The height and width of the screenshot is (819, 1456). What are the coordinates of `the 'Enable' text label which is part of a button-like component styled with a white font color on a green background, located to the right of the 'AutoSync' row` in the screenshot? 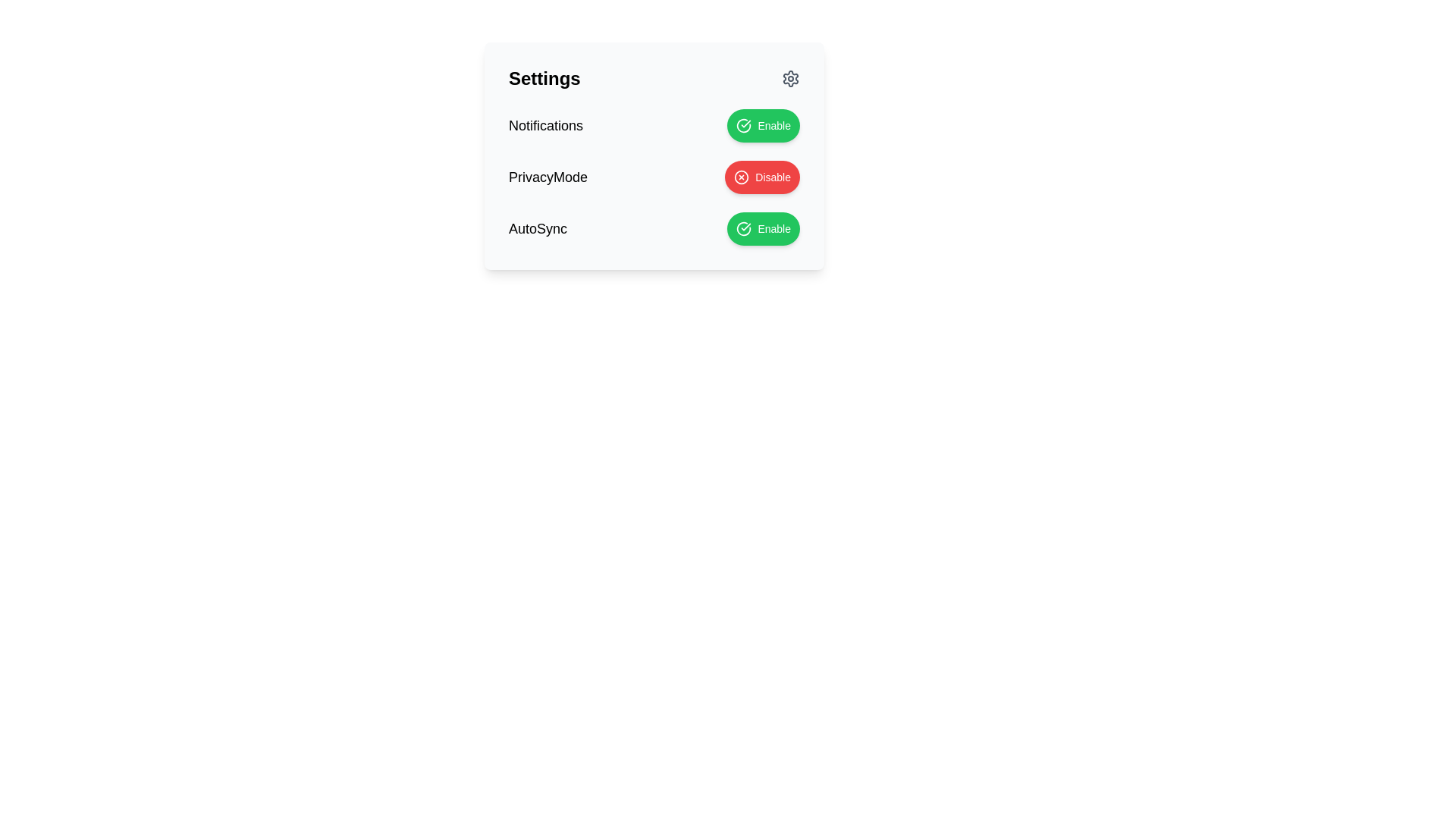 It's located at (774, 228).